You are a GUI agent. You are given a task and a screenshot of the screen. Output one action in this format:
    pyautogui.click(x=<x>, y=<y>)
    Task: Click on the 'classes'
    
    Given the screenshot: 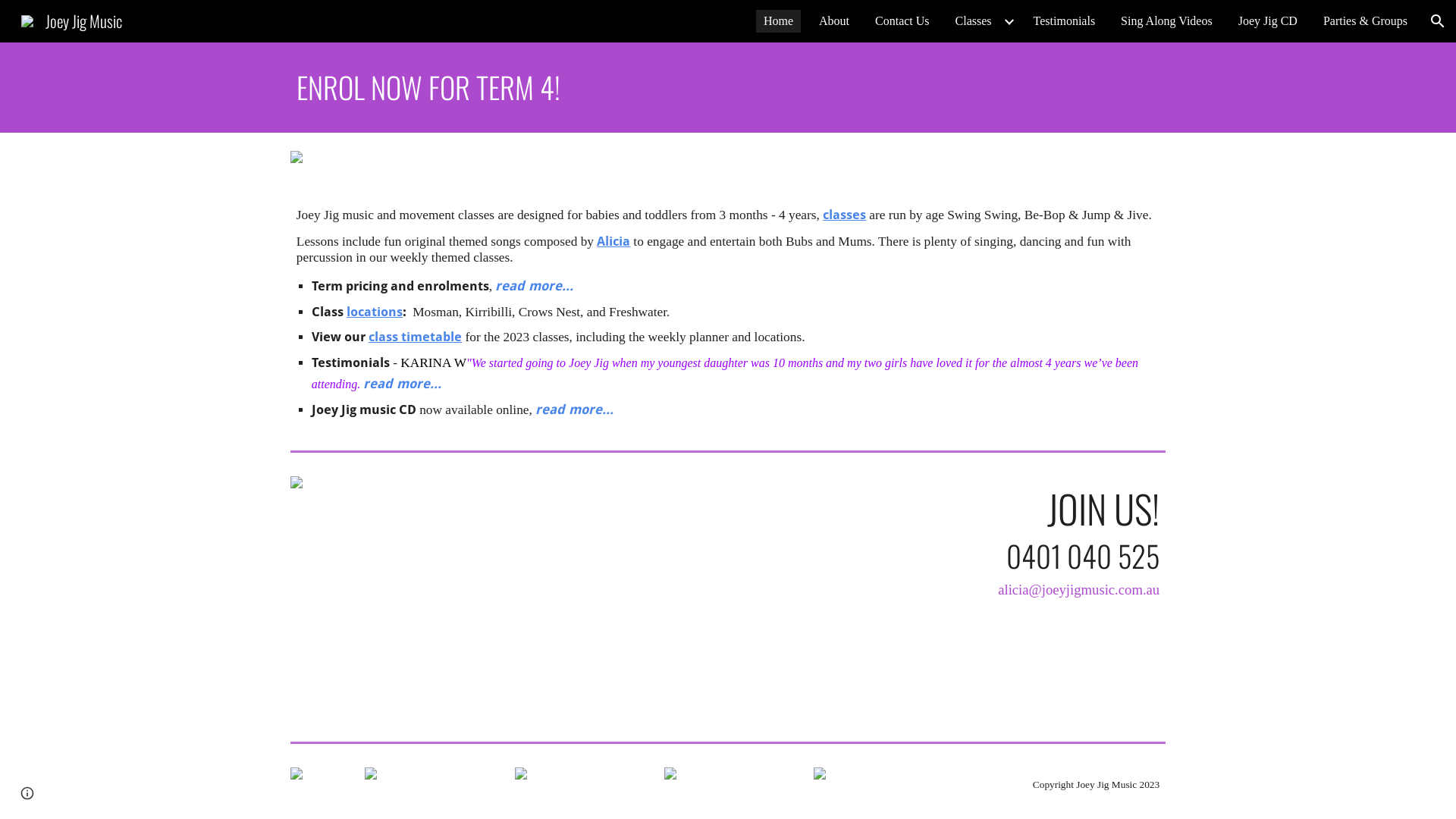 What is the action you would take?
    pyautogui.click(x=843, y=215)
    